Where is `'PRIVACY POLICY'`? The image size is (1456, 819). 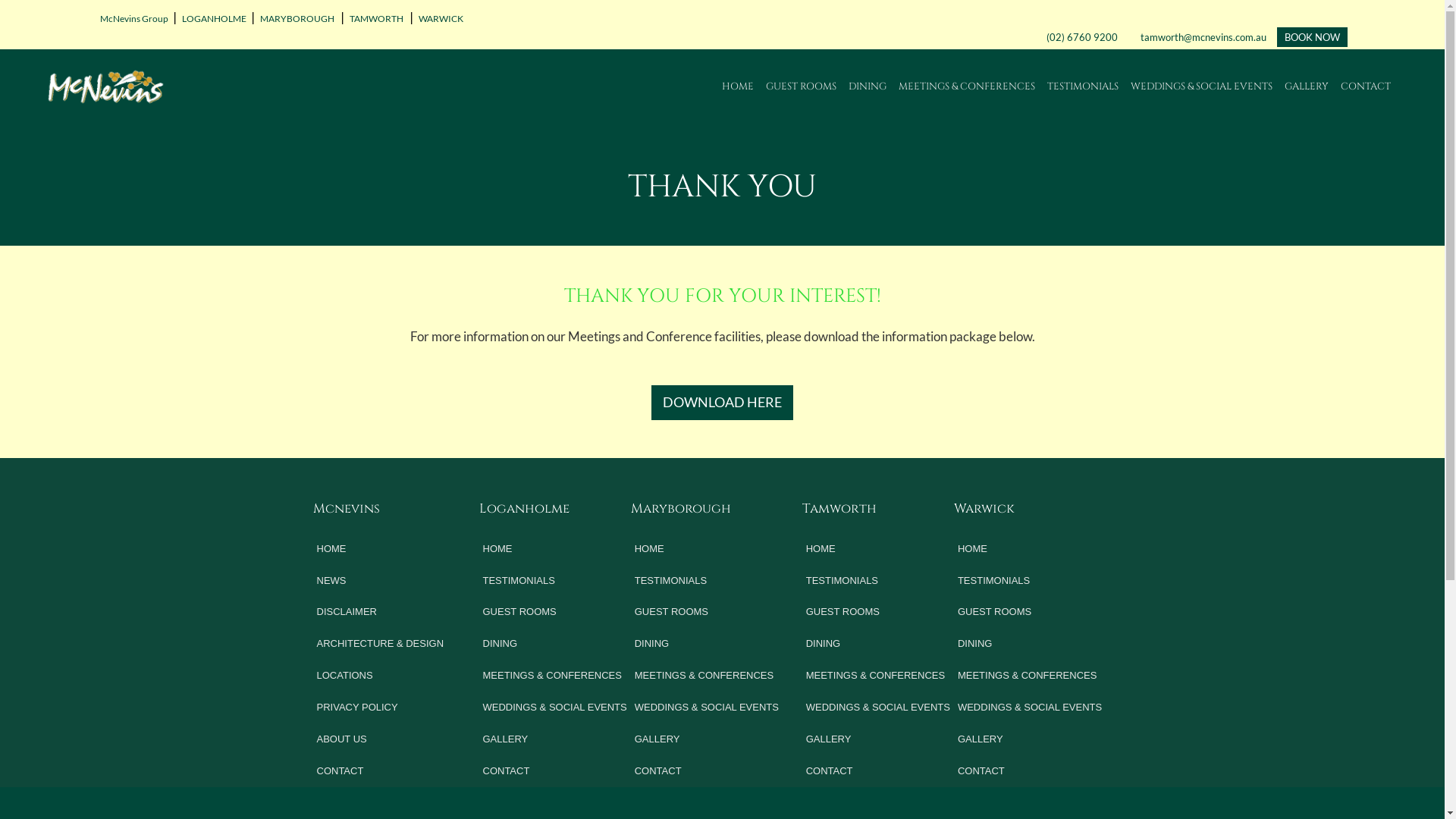
'PRIVACY POLICY' is located at coordinates (312, 708).